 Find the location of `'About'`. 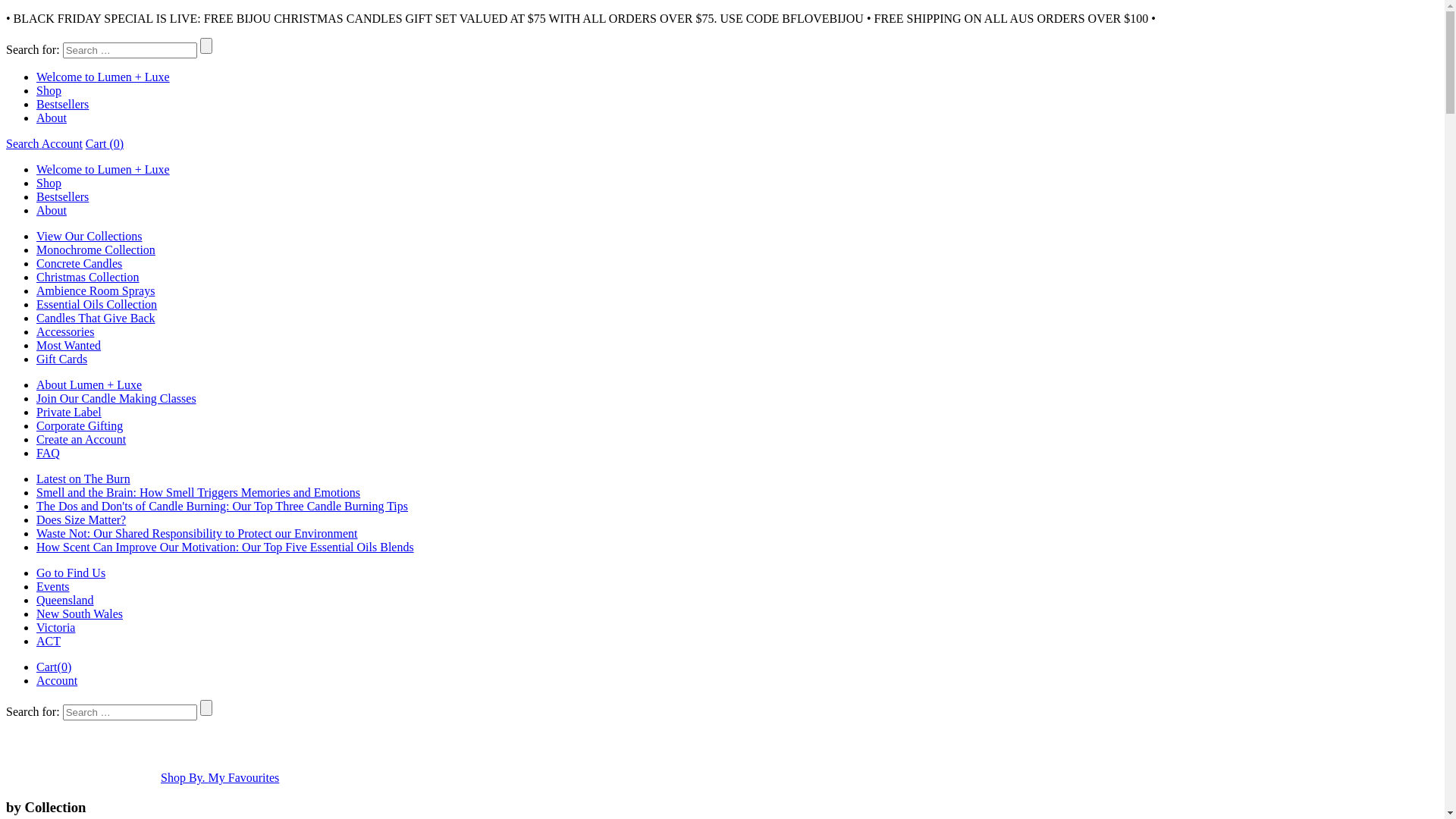

'About' is located at coordinates (51, 117).